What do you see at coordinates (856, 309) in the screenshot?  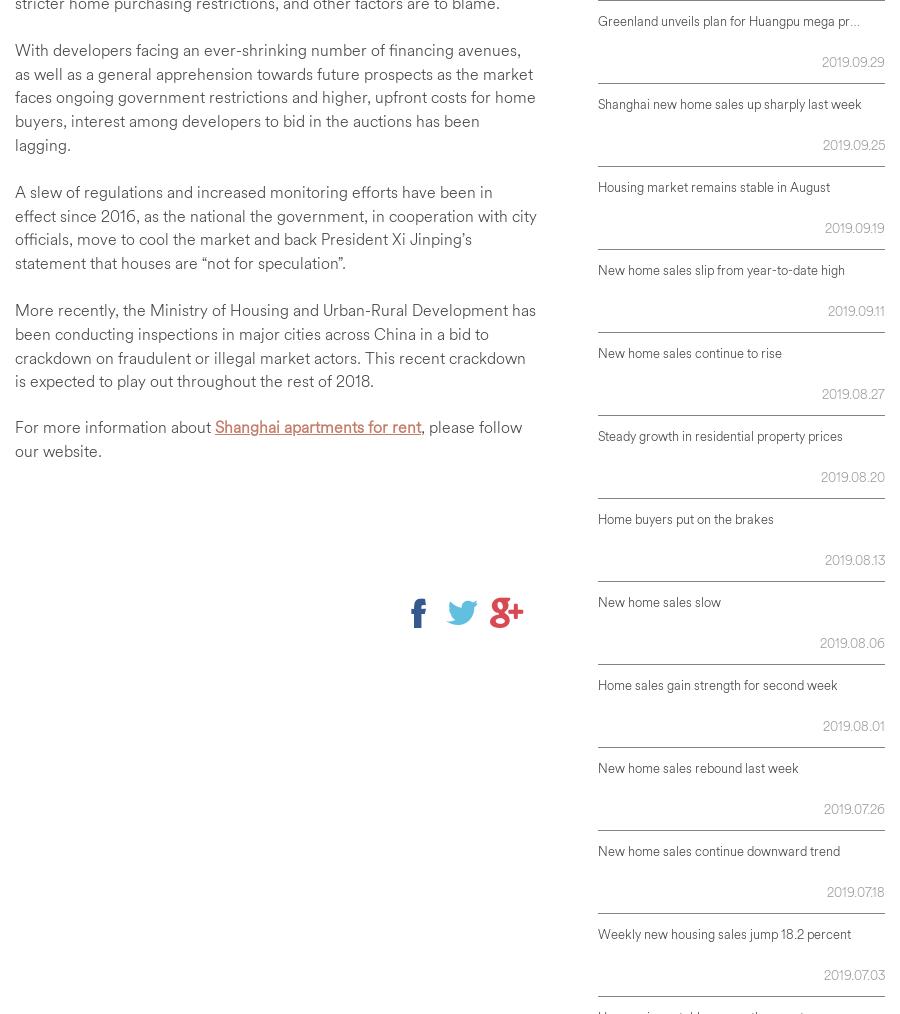 I see `'2019.09.11'` at bounding box center [856, 309].